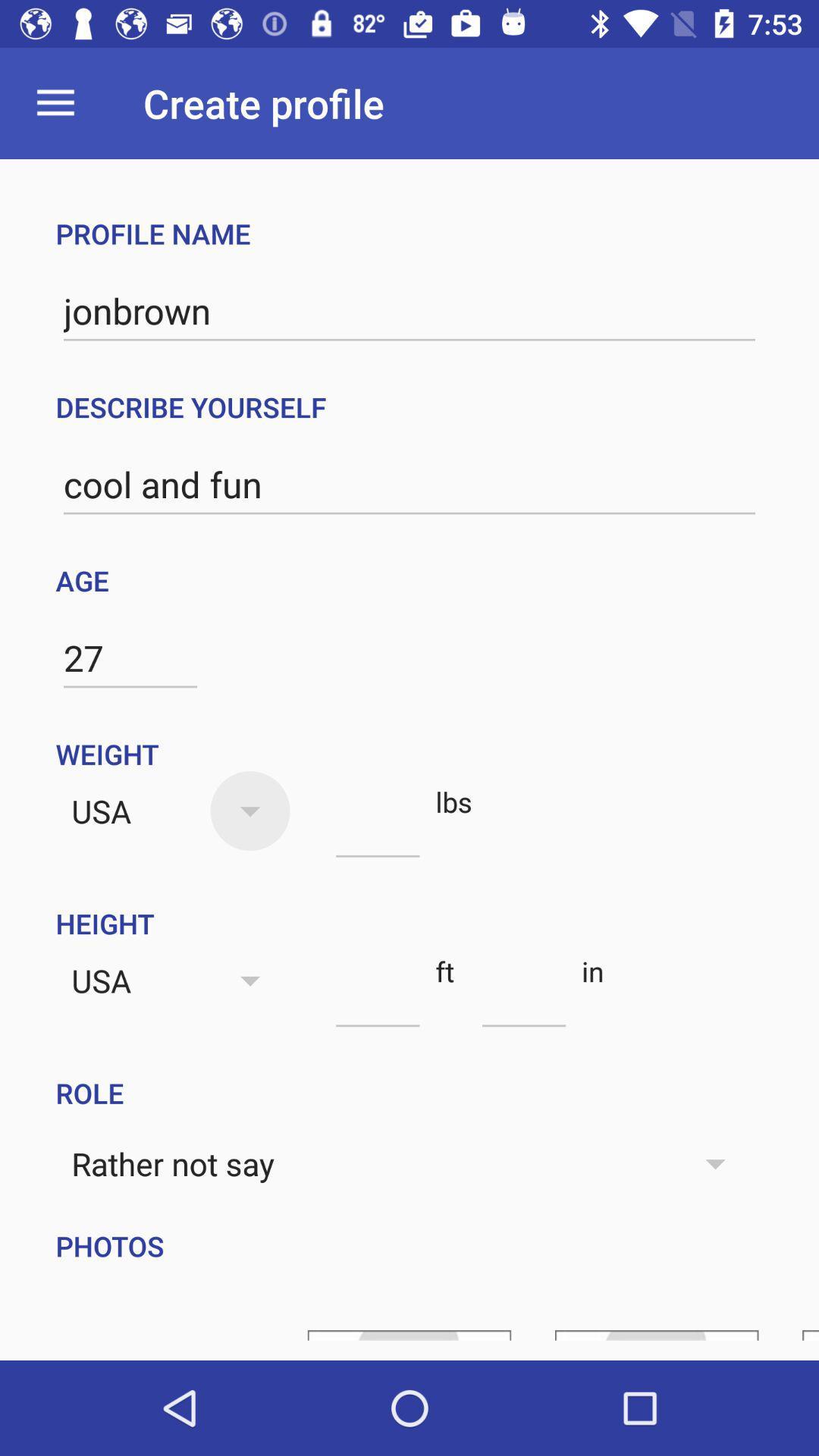  I want to click on number, so click(377, 829).